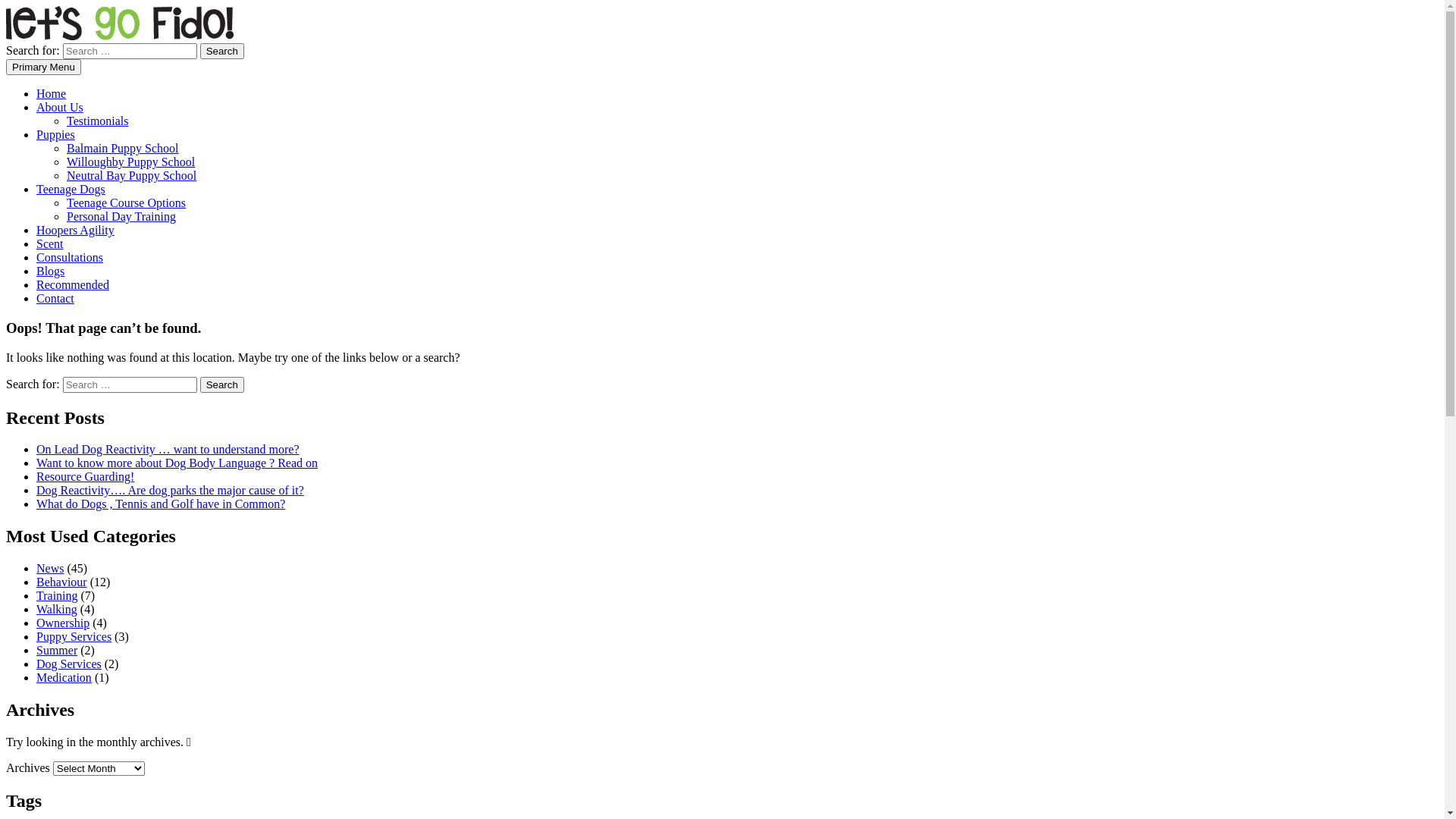 This screenshot has width=1456, height=819. I want to click on 'Behaviour', so click(61, 581).